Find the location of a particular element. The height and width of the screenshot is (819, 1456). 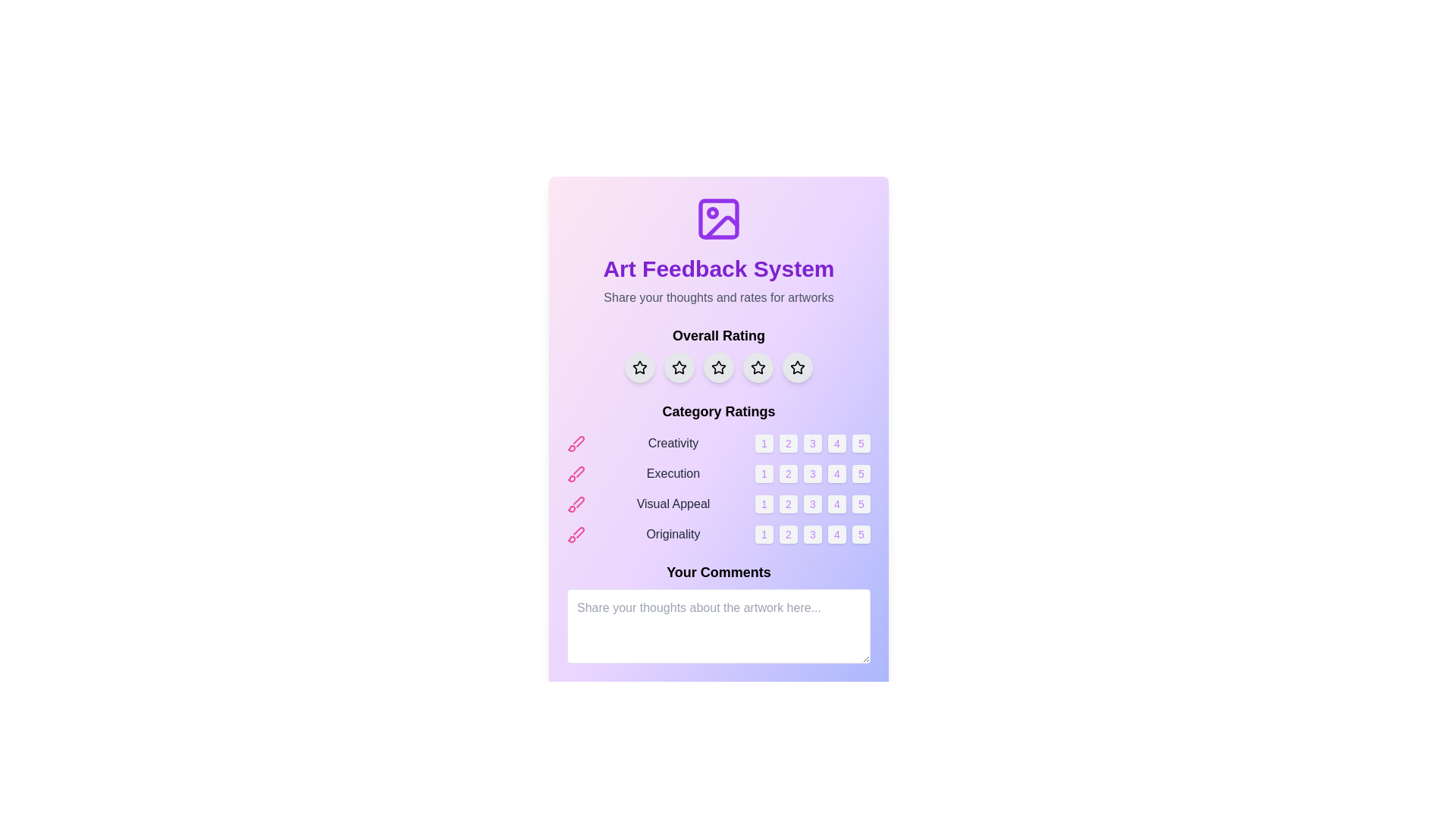

the third star-shaped button within the 'Overall Rating' section is located at coordinates (718, 368).